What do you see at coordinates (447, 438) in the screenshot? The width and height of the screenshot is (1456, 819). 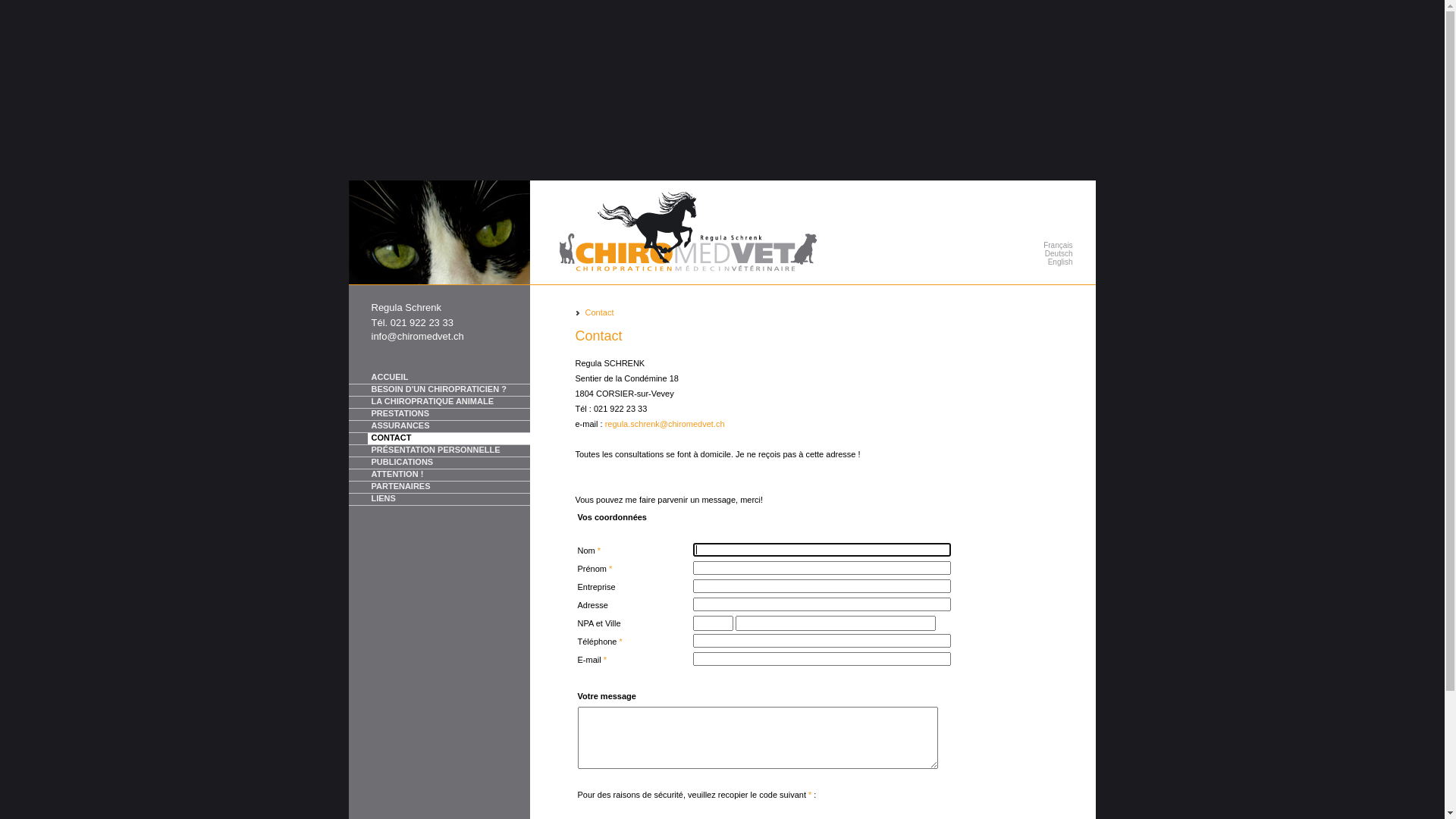 I see `'CONTACT'` at bounding box center [447, 438].